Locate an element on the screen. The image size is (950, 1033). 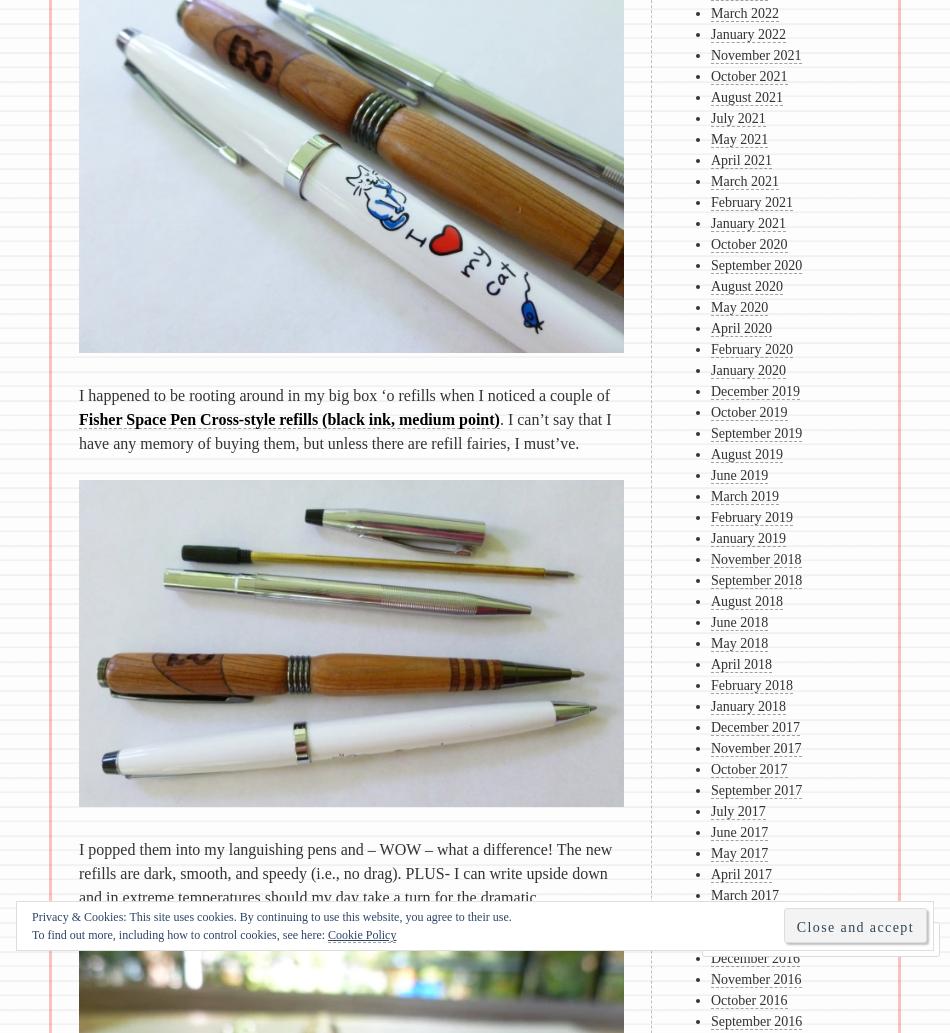
'November 2017' is located at coordinates (754, 748).